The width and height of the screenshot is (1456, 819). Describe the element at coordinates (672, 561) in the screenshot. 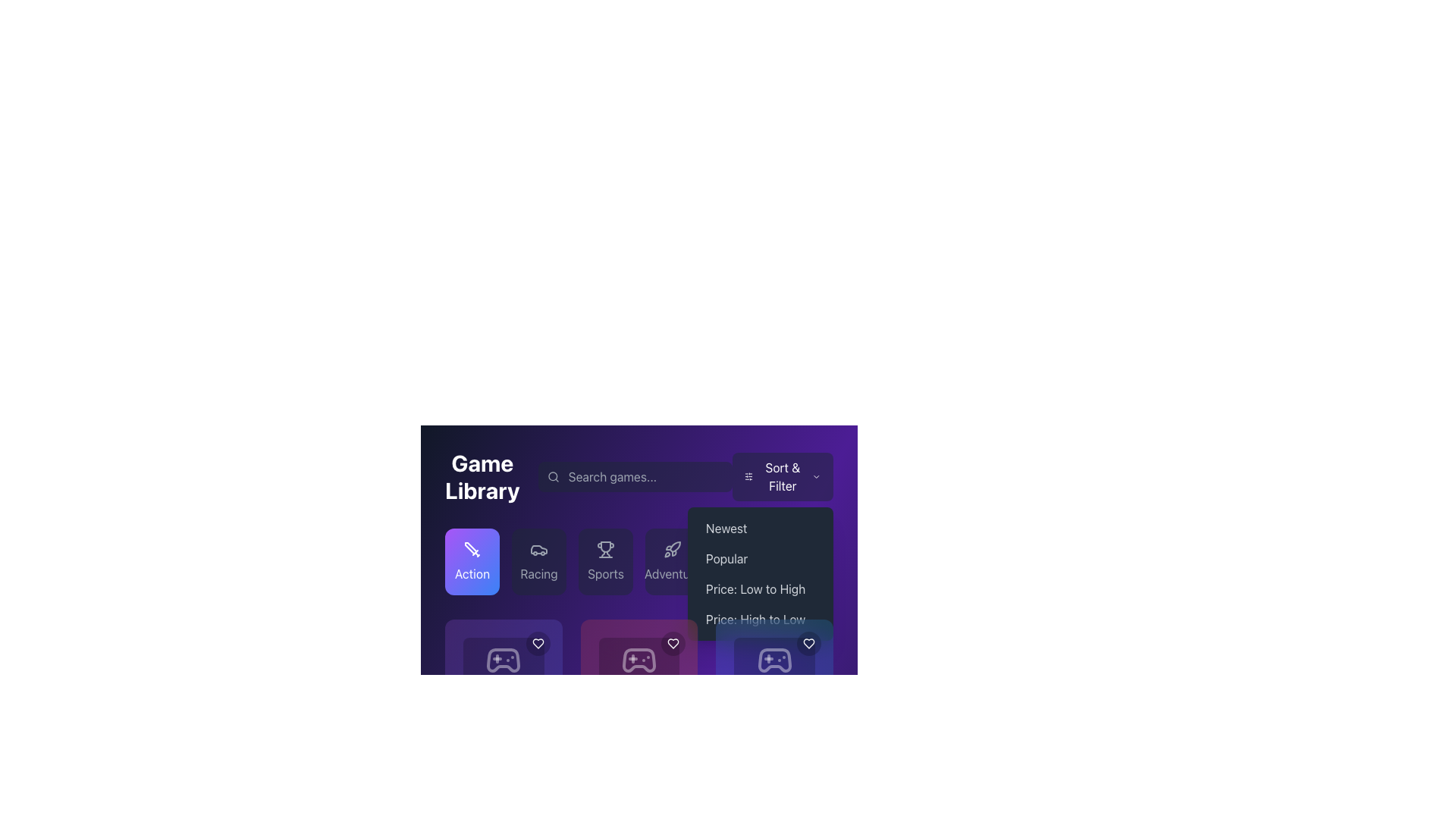

I see `the 'Adventure' category selection button to visually highlight it. This button is located in the fourth position of a row containing six buttons in a grid layout` at that location.